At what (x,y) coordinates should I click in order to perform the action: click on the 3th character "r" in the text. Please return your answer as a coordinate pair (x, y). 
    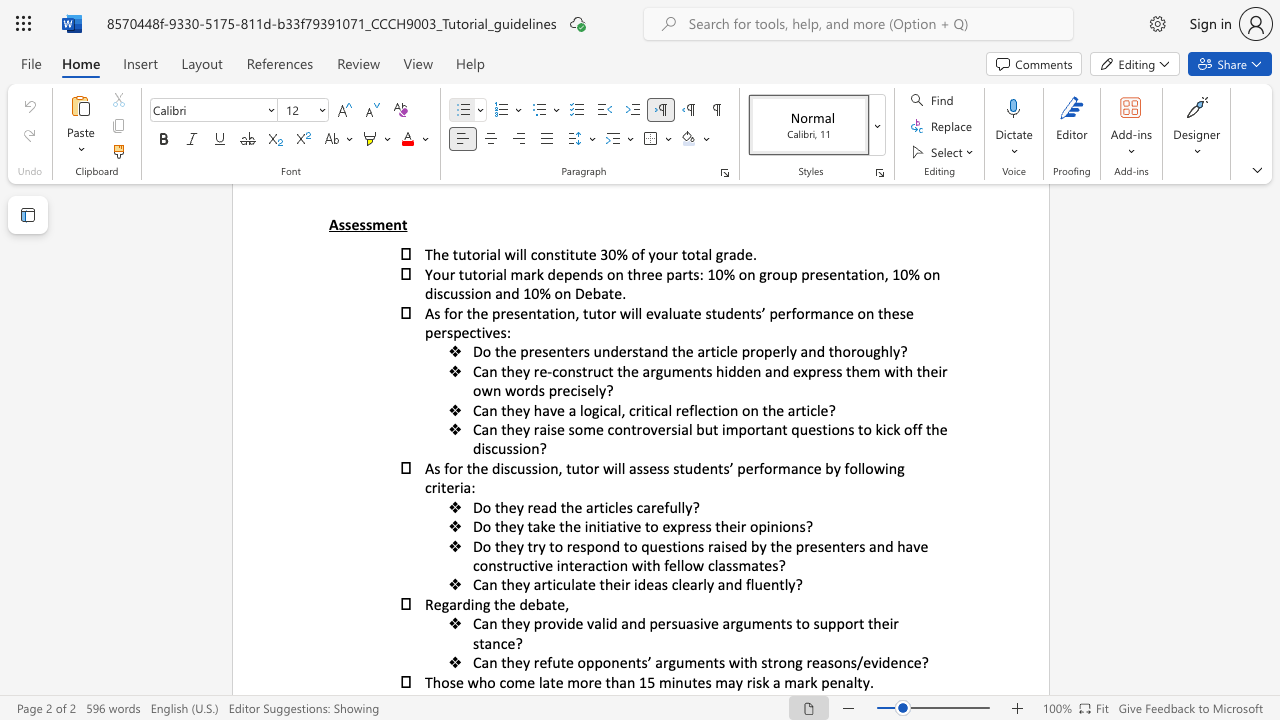
    Looking at the image, I should click on (668, 428).